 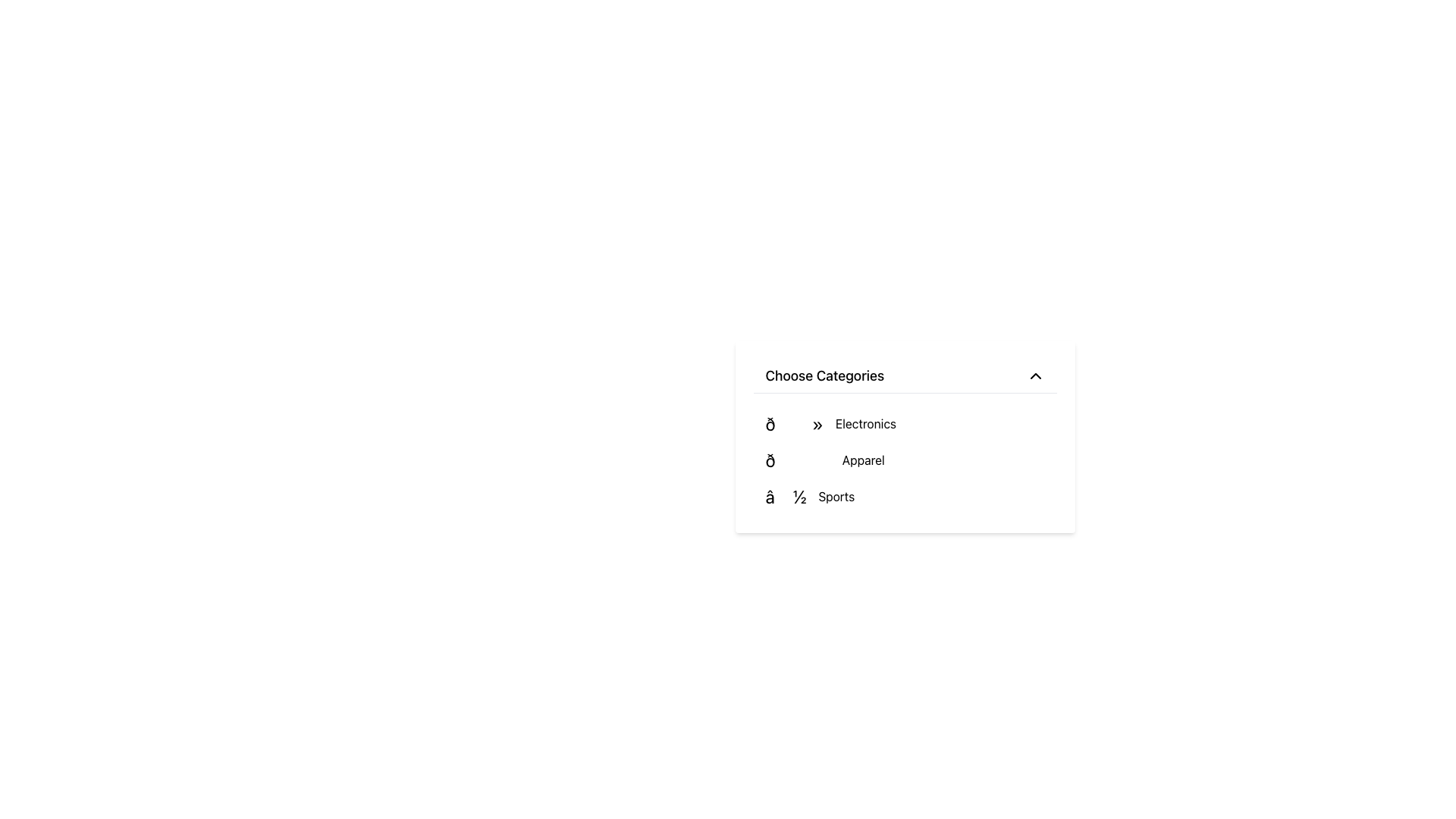 What do you see at coordinates (836, 497) in the screenshot?
I see `the 'Sports' category text label` at bounding box center [836, 497].